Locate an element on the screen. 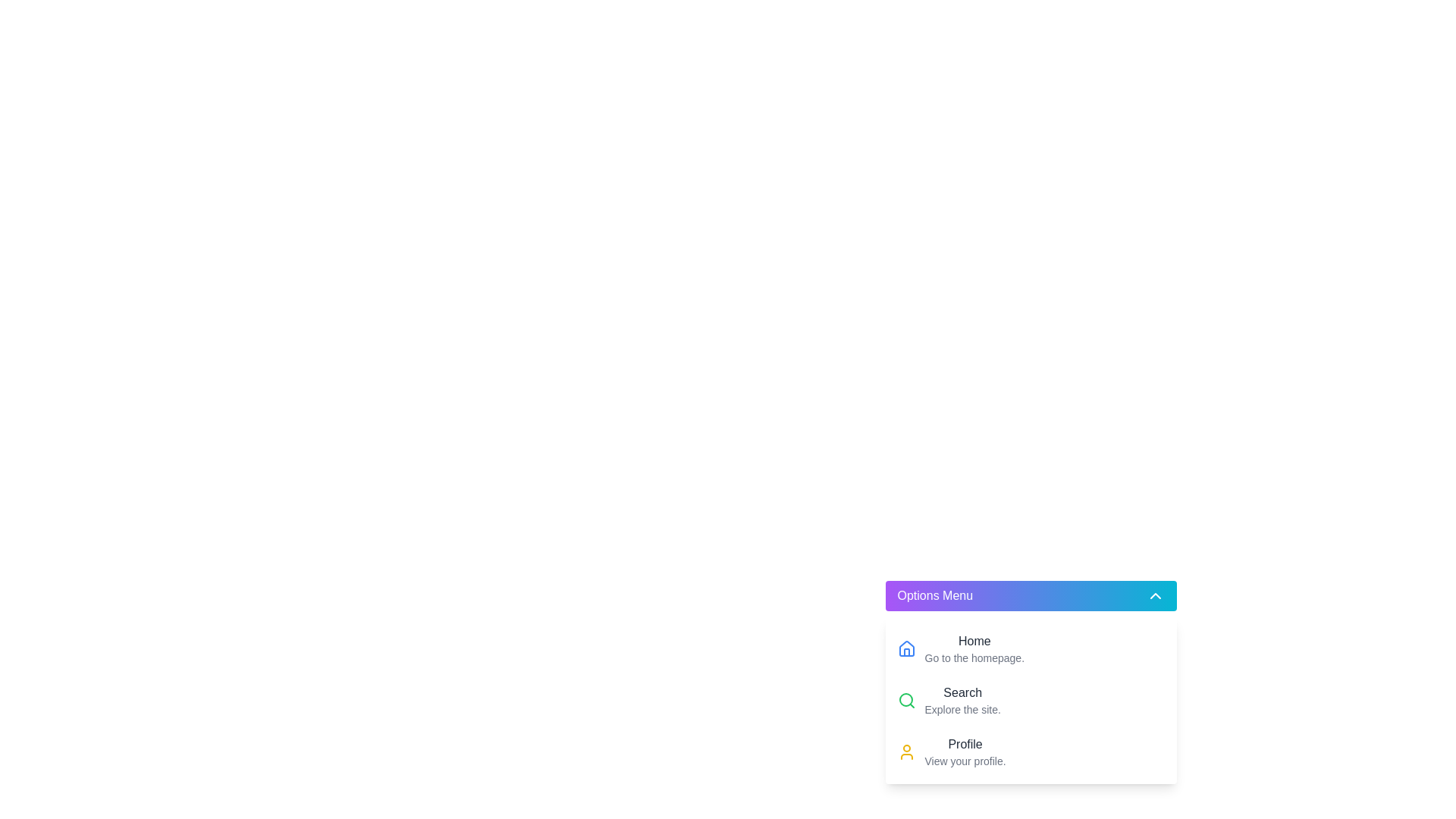 The image size is (1456, 819). the 'Home' text label, which features bold text and a smaller subtitle, located within the 'Options Menu' dropdown near the top of a vertical list is located at coordinates (974, 648).